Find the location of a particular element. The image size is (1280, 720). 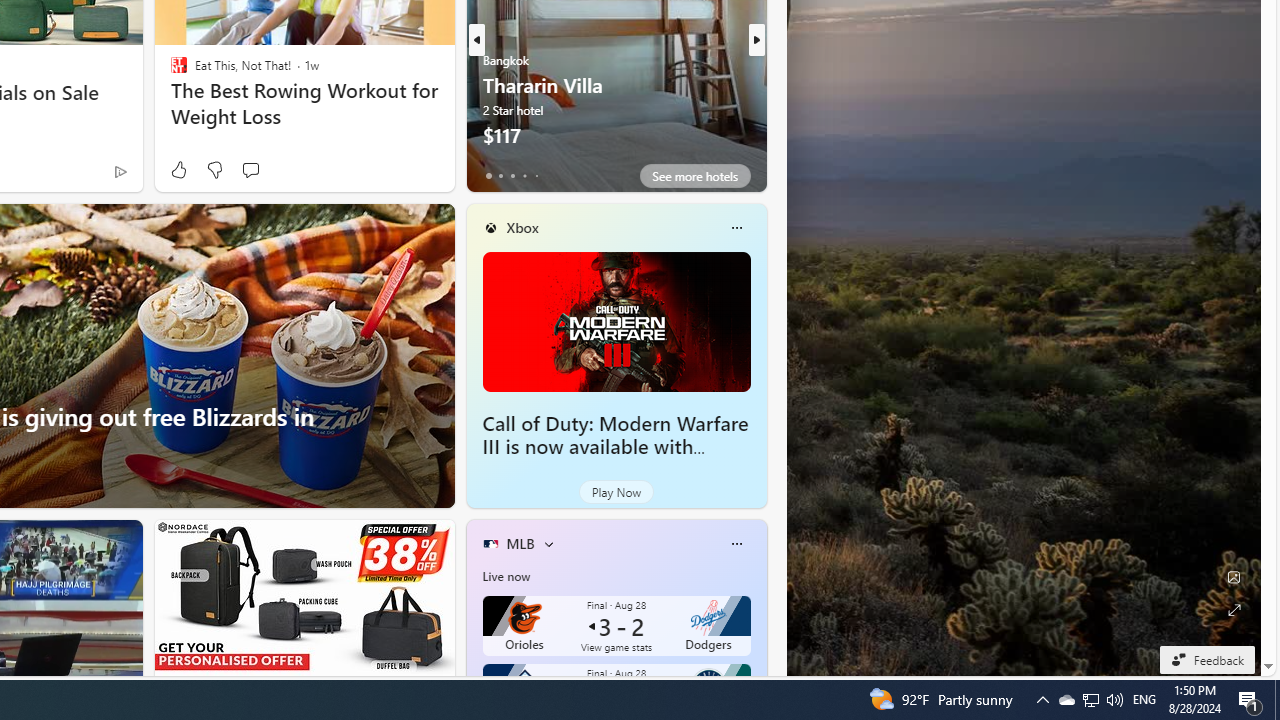

'Start the conversation' is located at coordinates (249, 168).